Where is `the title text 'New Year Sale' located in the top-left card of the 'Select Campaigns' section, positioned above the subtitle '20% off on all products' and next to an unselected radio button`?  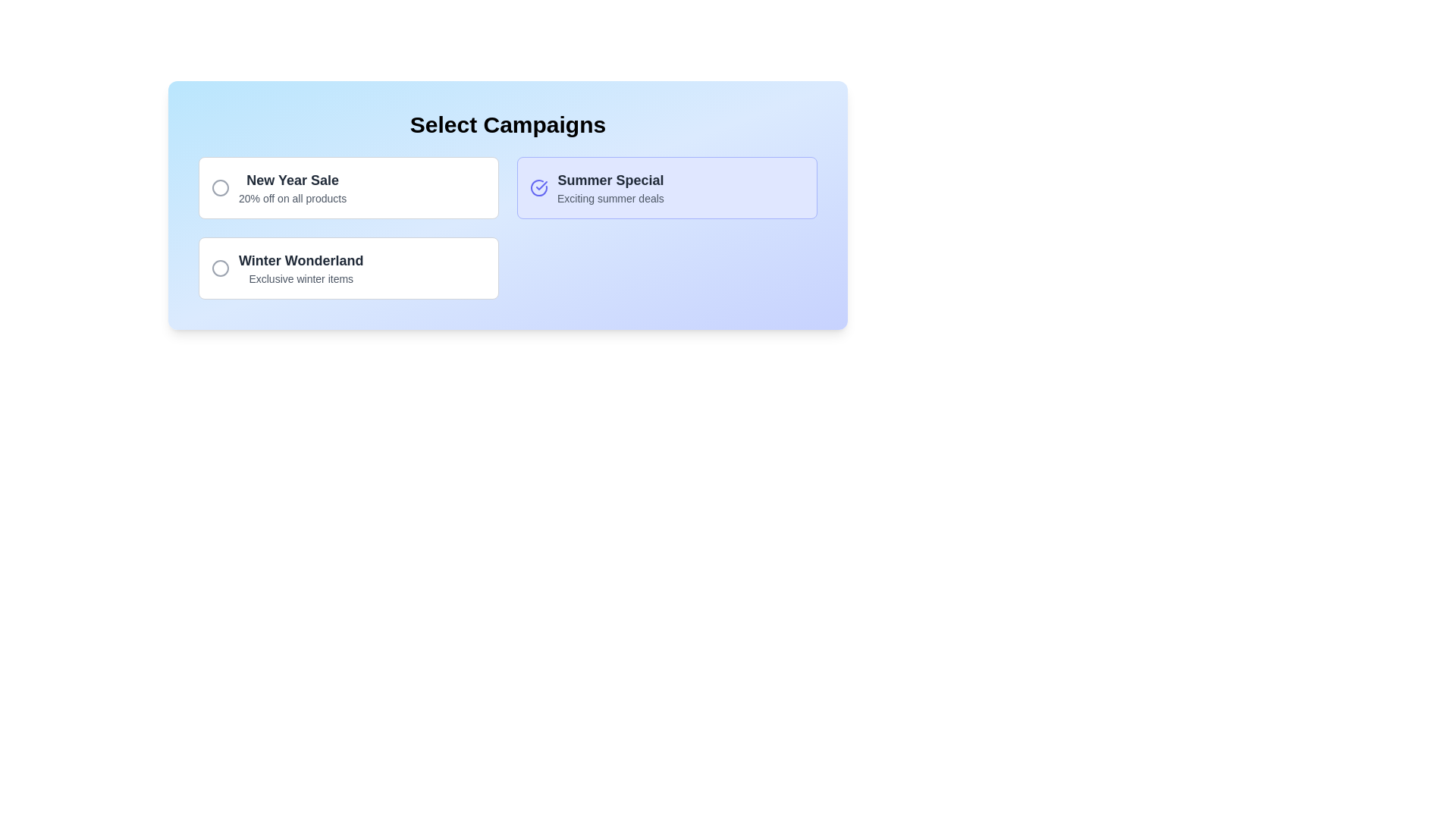
the title text 'New Year Sale' located in the top-left card of the 'Select Campaigns' section, positioned above the subtitle '20% off on all products' and next to an unselected radio button is located at coordinates (293, 180).